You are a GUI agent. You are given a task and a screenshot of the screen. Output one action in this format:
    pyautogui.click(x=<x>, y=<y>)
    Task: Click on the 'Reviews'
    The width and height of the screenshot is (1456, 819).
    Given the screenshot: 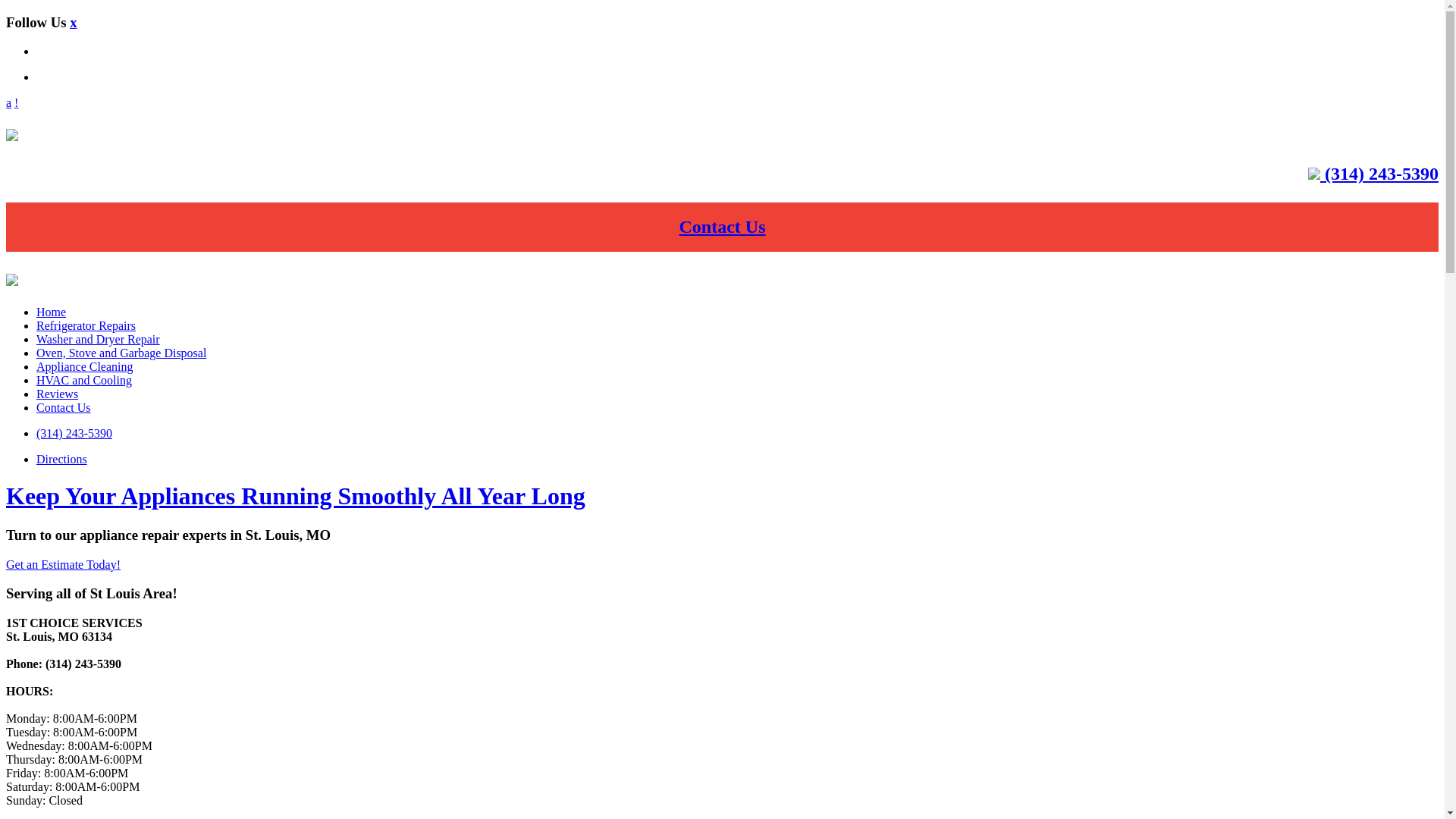 What is the action you would take?
    pyautogui.click(x=57, y=393)
    